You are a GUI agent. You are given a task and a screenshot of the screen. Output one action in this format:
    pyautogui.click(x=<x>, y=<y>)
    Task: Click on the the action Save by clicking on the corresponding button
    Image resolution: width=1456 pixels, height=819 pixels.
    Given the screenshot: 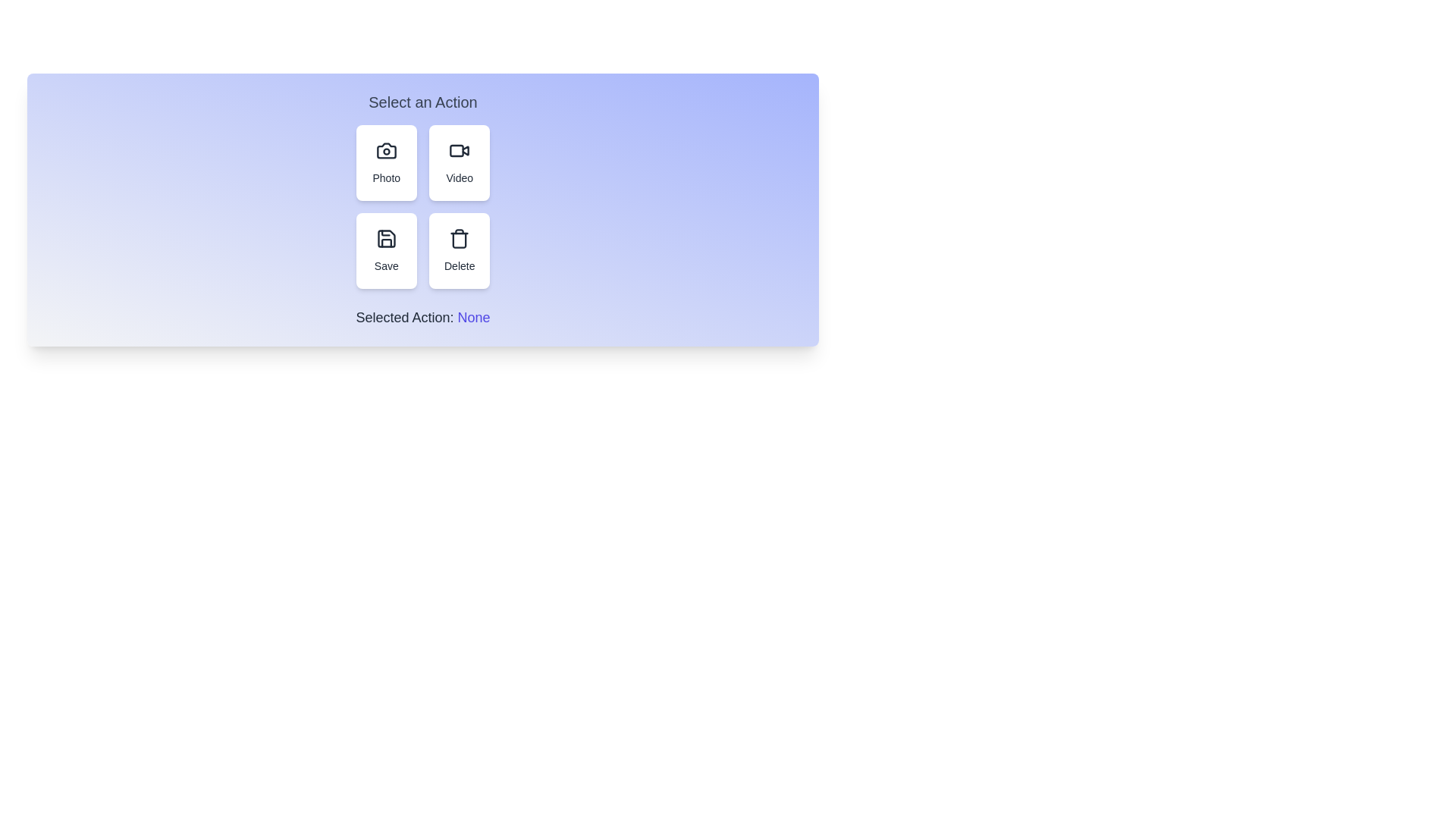 What is the action you would take?
    pyautogui.click(x=386, y=250)
    